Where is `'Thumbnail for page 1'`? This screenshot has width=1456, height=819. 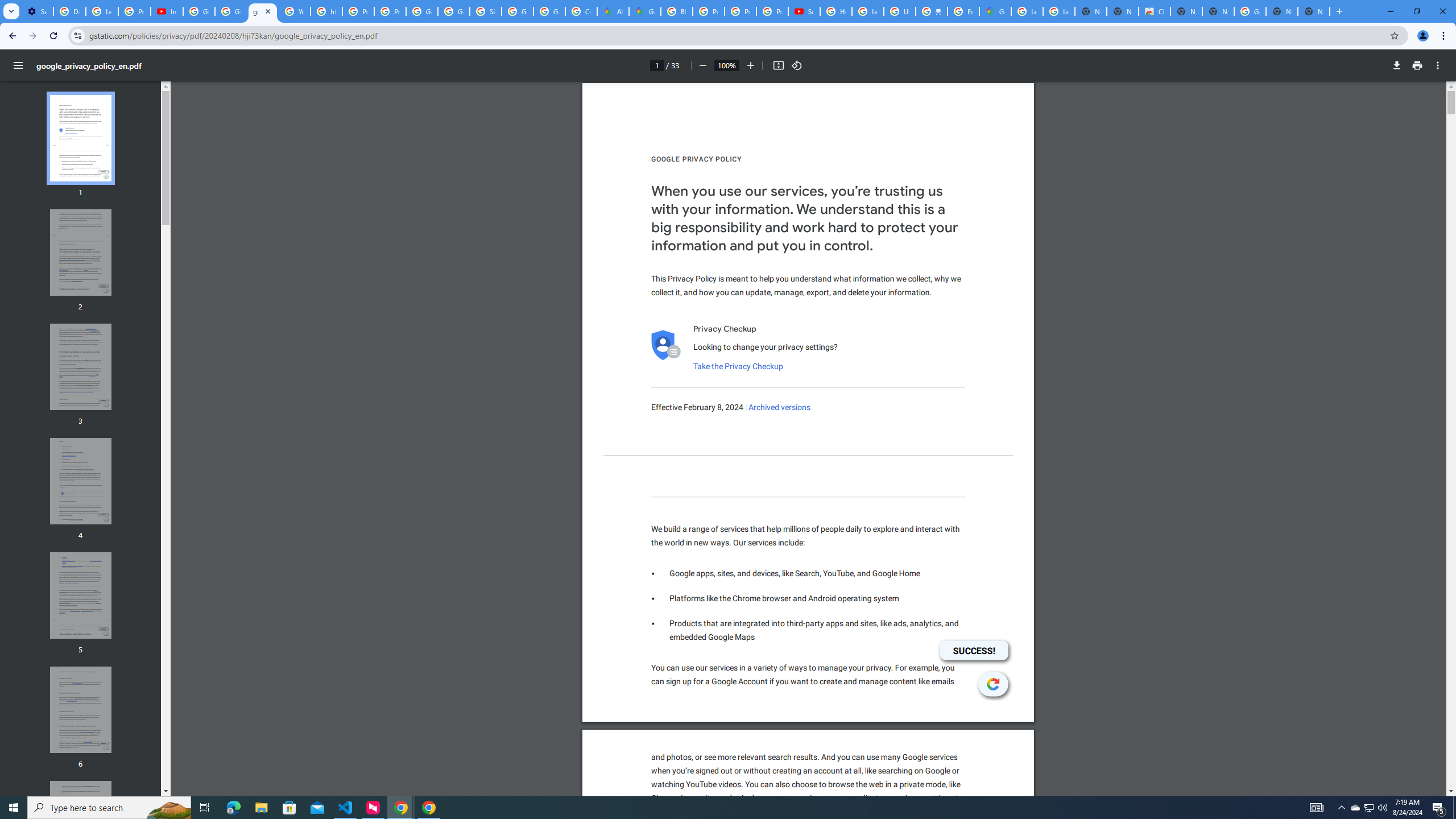
'Thumbnail for page 1' is located at coordinates (81, 138).